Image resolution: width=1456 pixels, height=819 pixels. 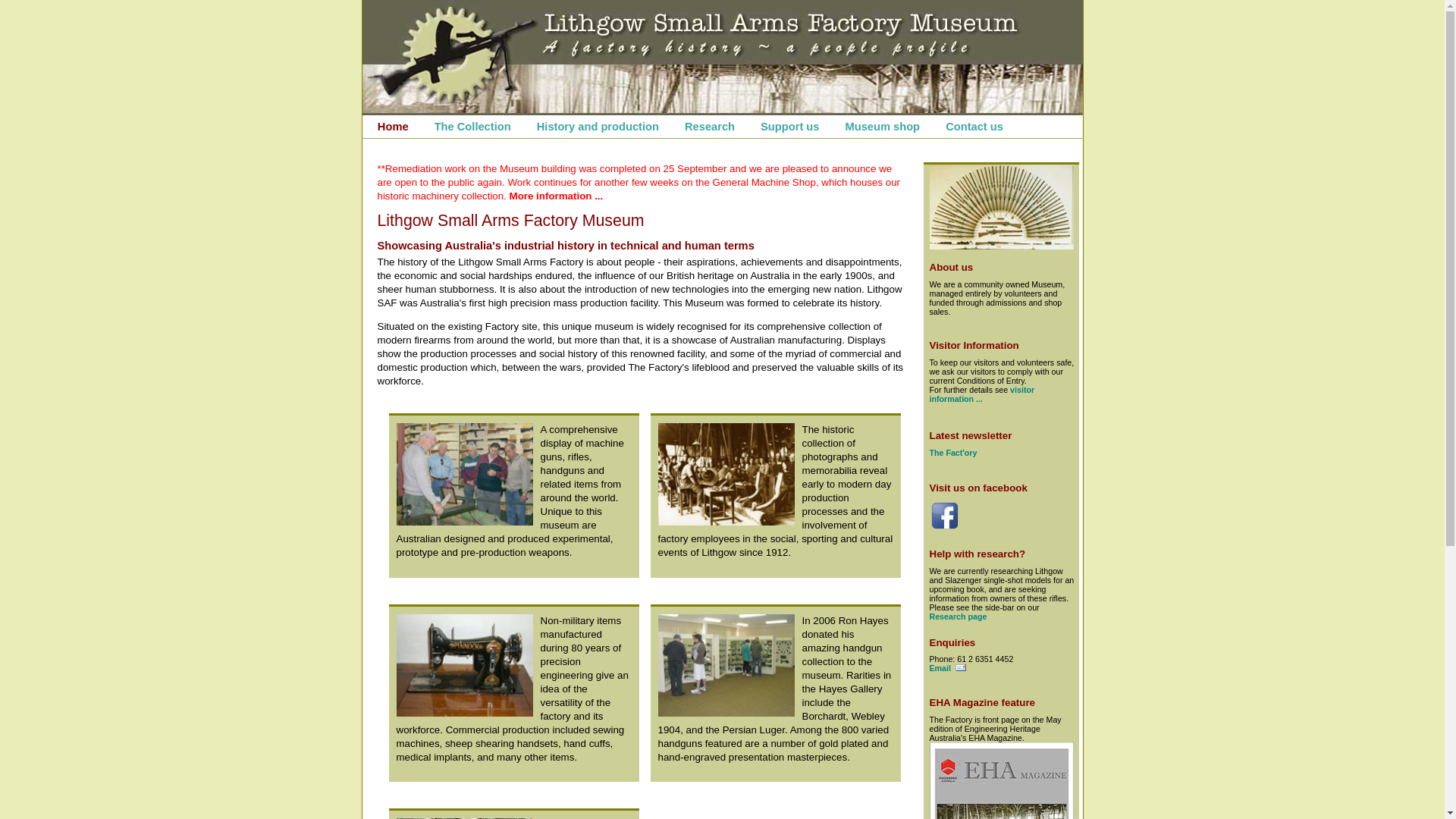 I want to click on 'Research page', so click(x=957, y=617).